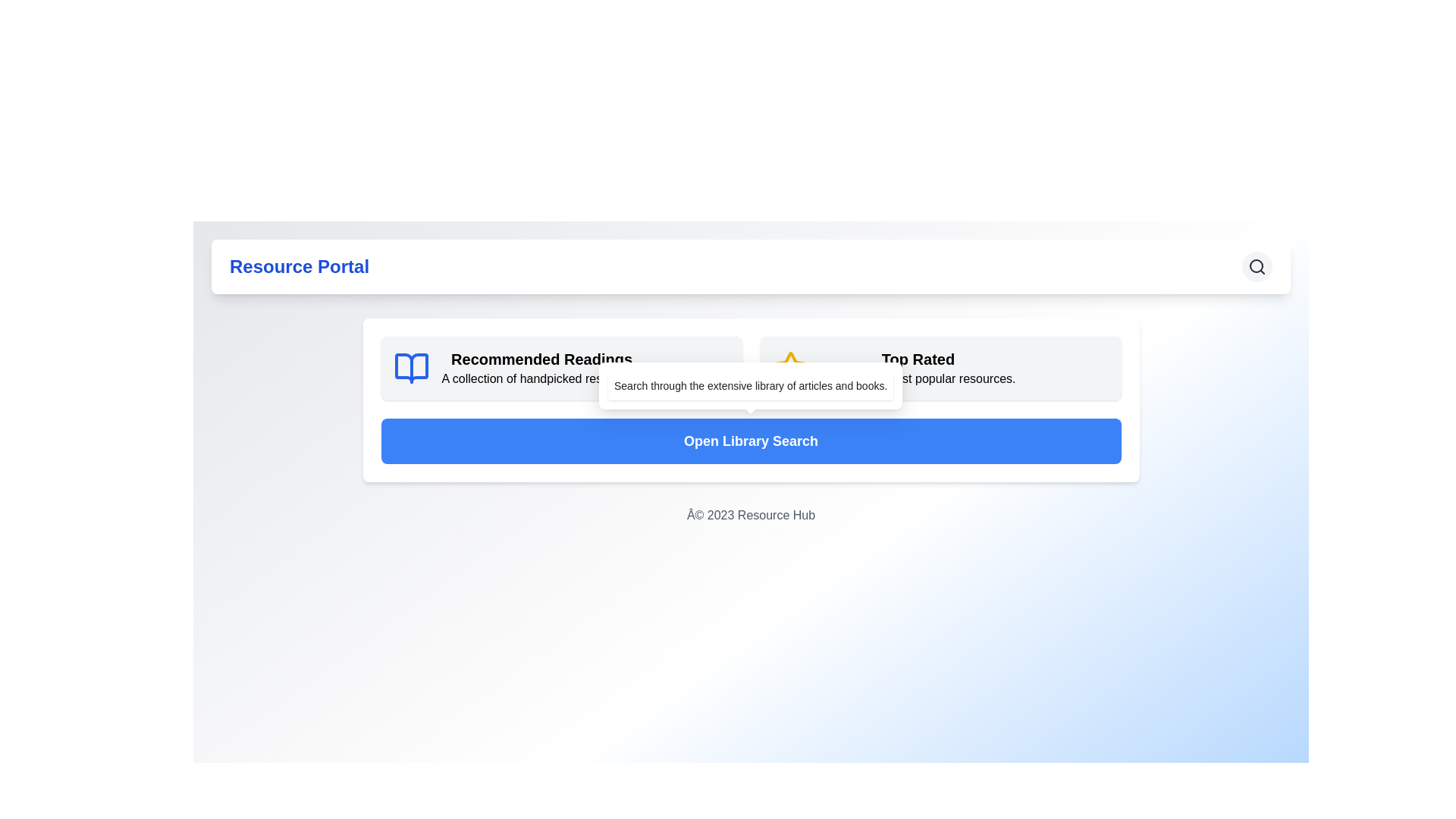  I want to click on the informational card located in the second column of a two-column grid layout, which highlights top-rated resources, so click(940, 369).